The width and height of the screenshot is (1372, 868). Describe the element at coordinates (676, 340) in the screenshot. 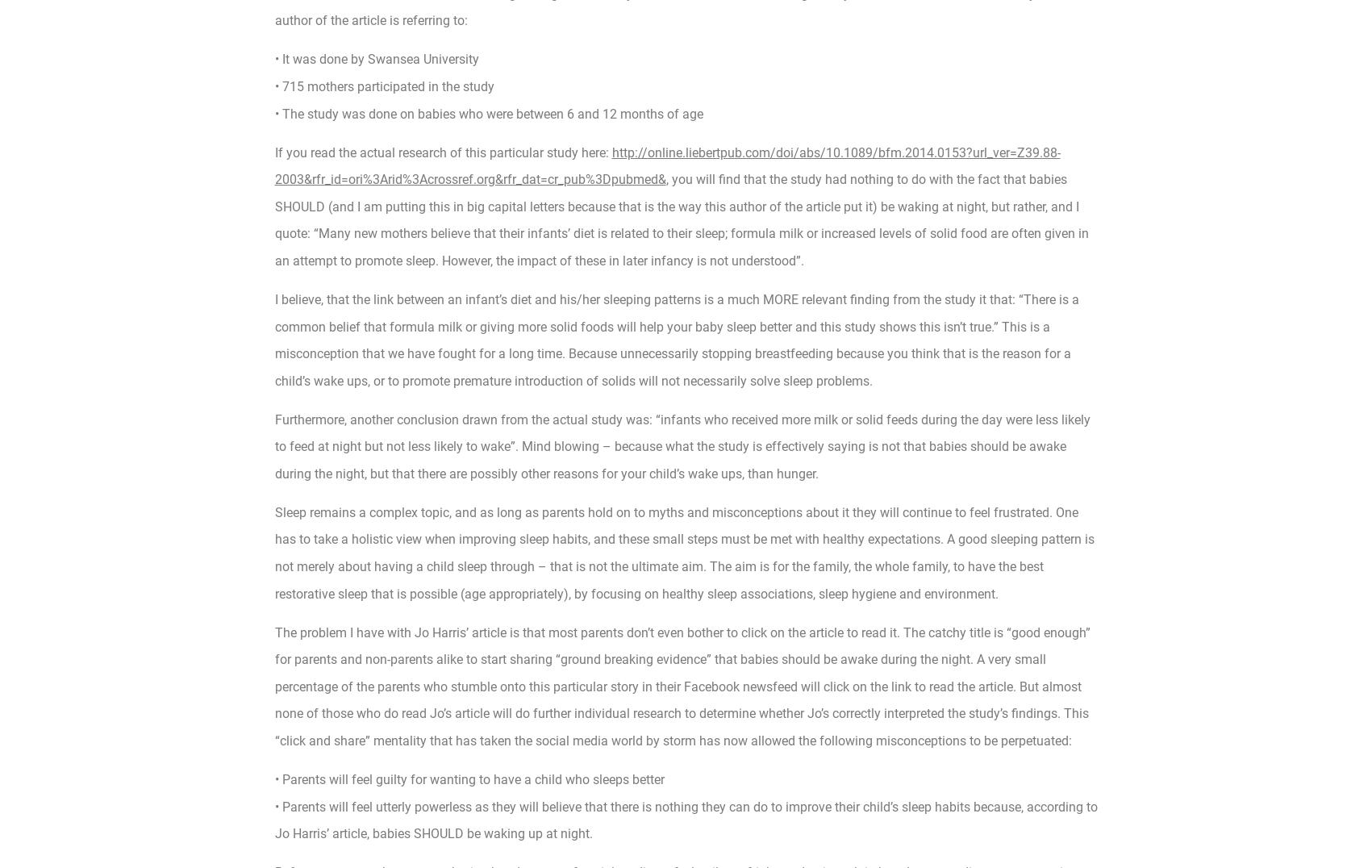

I see `'I believe, that the link between an infant’s diet and his/her sleeping patterns is a much MORE relevant finding from the study it that: “There is a common belief that formula milk or giving more solid foods will help your baby sleep better and this study shows this isn’t true.” This is a misconception that we have fought for a long time. Because unnecessarily stopping breastfeeding because you think that is the reason for a child’s wake ups, or to promote premature introduction of solids will not necessarily solve sleep problems.'` at that location.